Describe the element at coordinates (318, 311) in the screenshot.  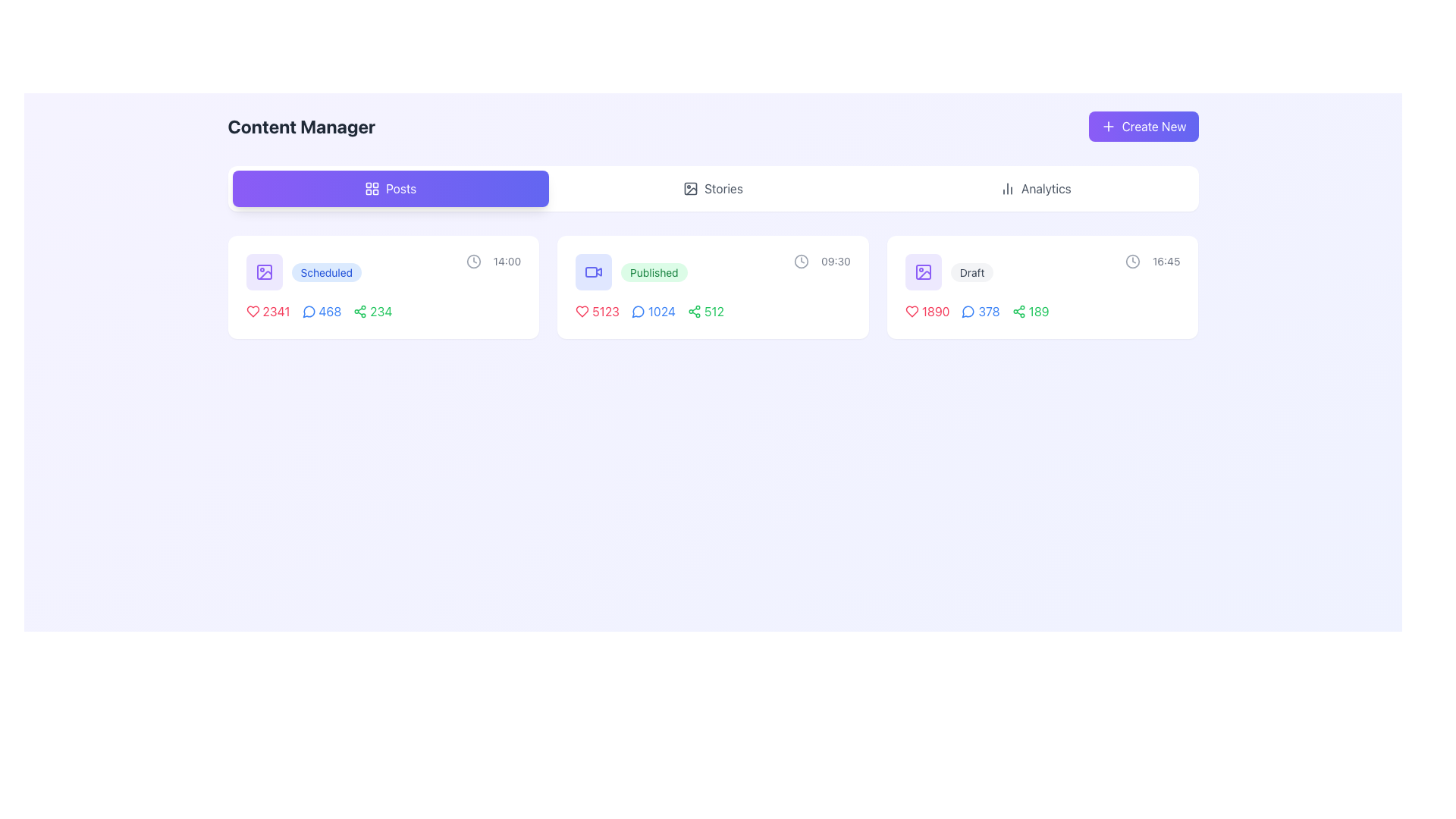
I see `the statistical indicator showing the number of messages or comments associated with the 'Scheduled' post` at that location.